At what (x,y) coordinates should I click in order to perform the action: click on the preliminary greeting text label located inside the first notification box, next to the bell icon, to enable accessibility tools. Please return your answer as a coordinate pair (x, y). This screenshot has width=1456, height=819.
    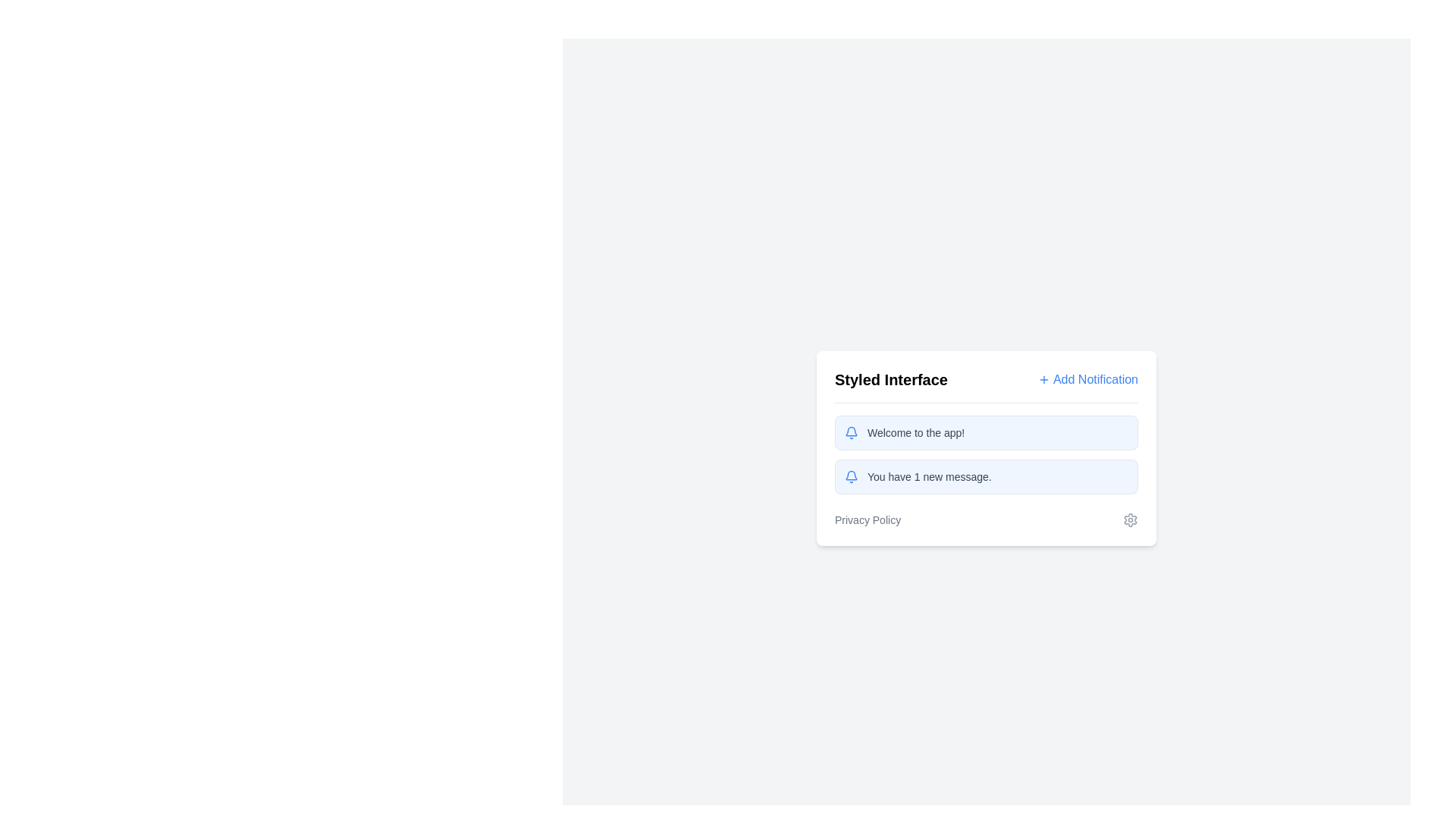
    Looking at the image, I should click on (915, 432).